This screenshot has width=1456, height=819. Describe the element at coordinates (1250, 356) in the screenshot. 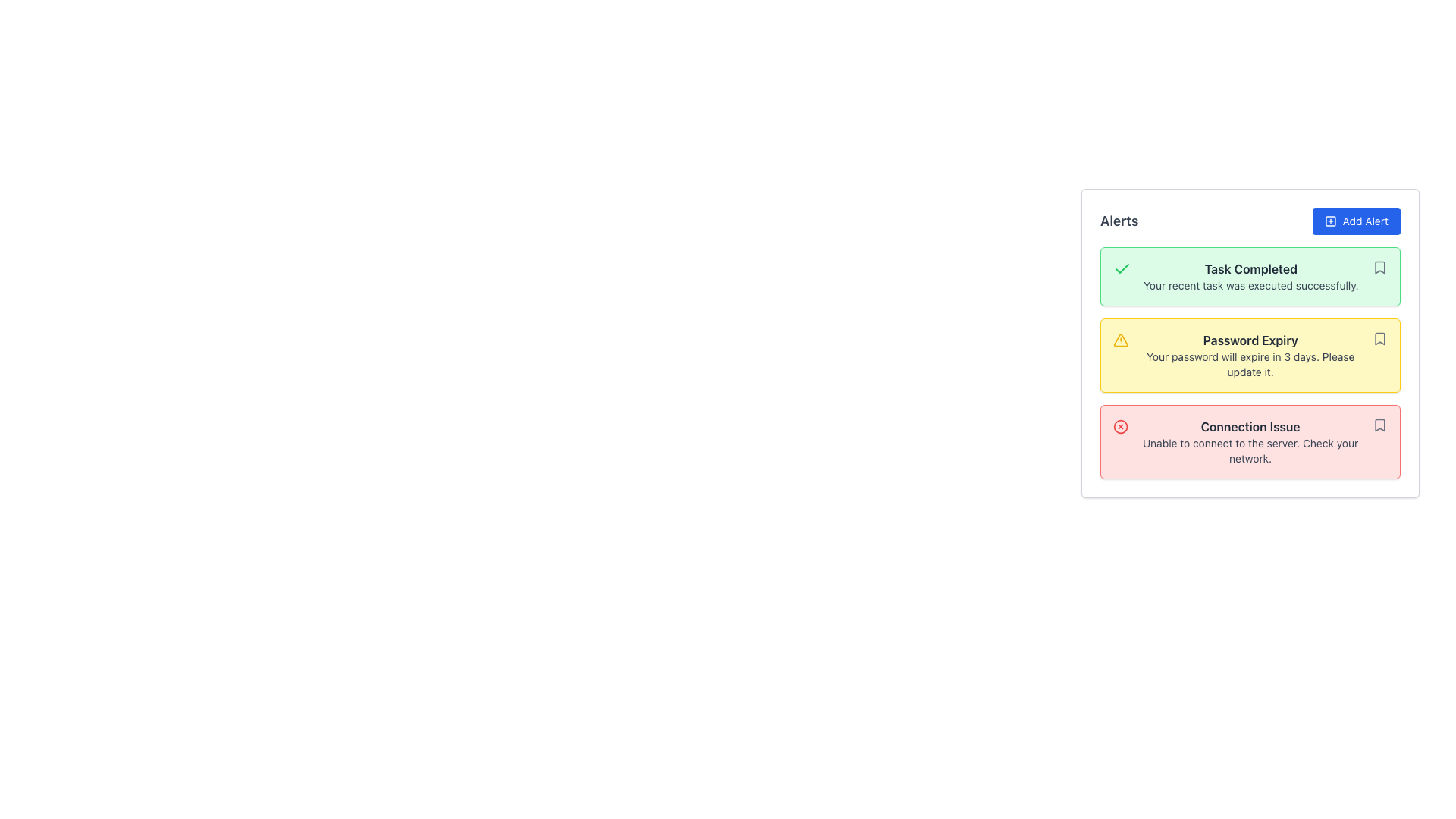

I see `warning message in the TextBlock that informs the user about their password expiration and prompts for an update` at that location.